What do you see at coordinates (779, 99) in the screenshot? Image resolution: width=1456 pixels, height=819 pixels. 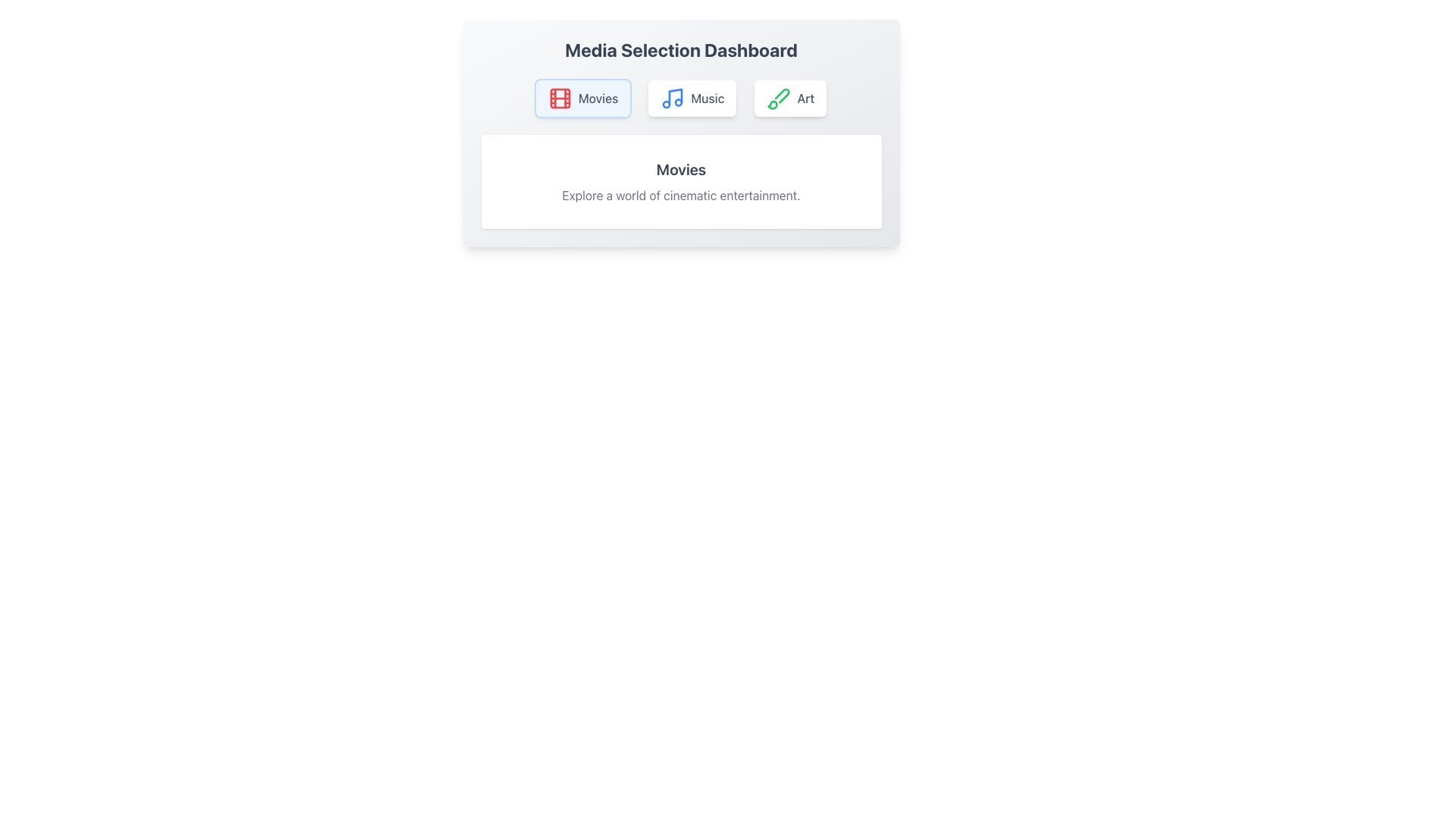 I see `the brush icon representing the 'Art' category located at the top section of the dashboard interface, which is the rightmost icon among three icons` at bounding box center [779, 99].